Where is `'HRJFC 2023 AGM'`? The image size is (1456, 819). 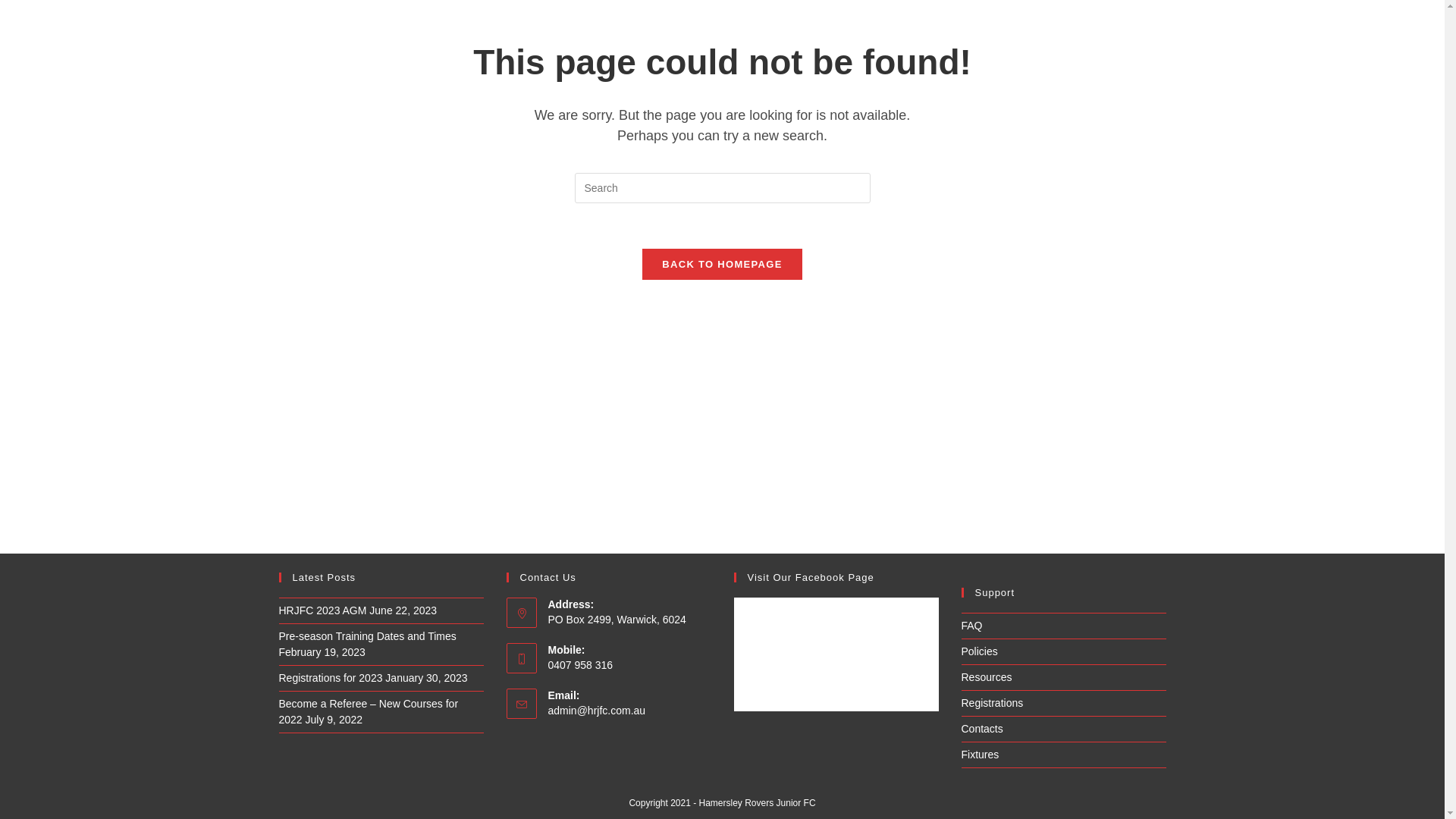 'HRJFC 2023 AGM' is located at coordinates (322, 610).